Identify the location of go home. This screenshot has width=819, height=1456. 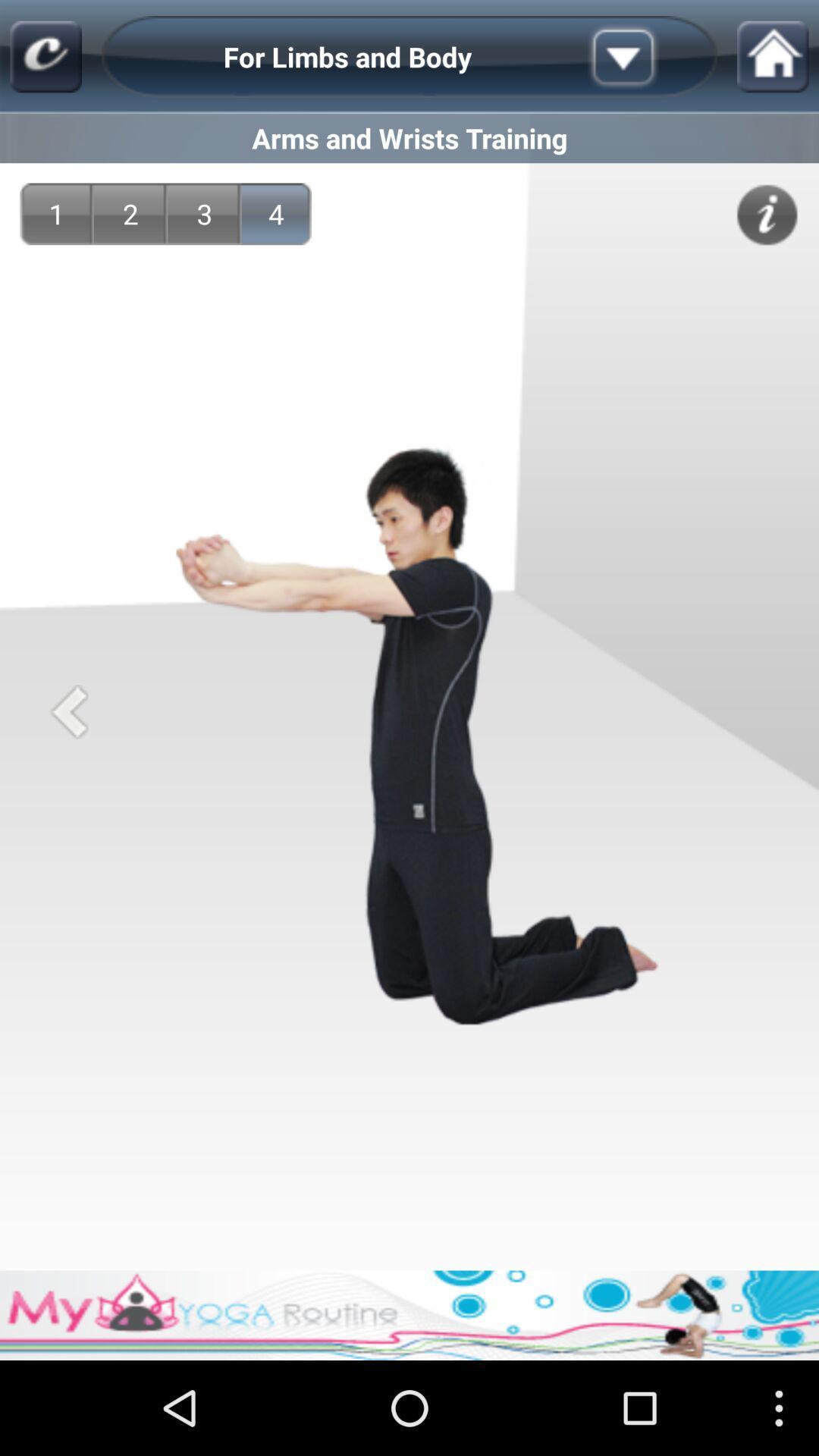
(773, 57).